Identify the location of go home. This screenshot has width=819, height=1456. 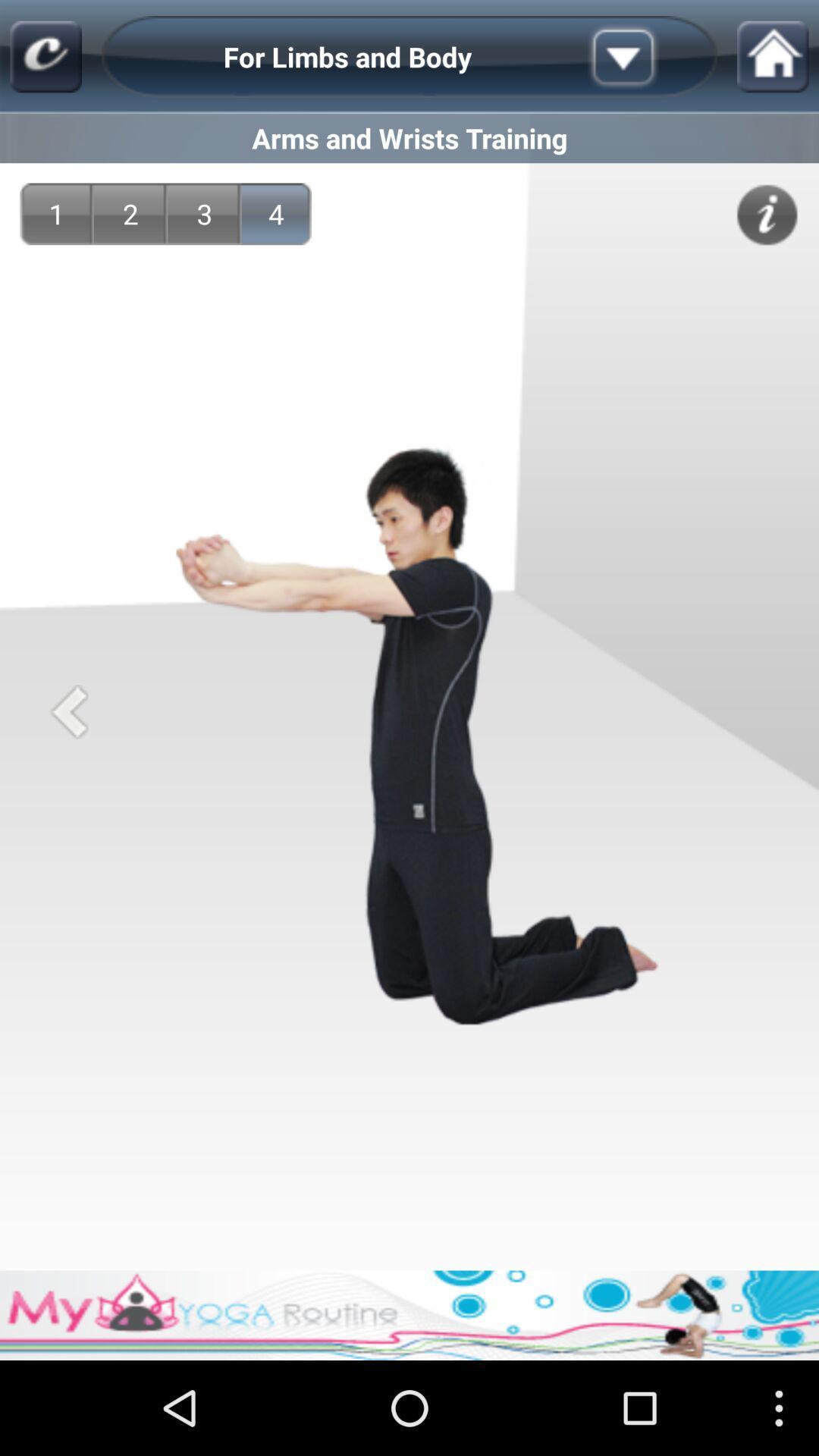
(773, 57).